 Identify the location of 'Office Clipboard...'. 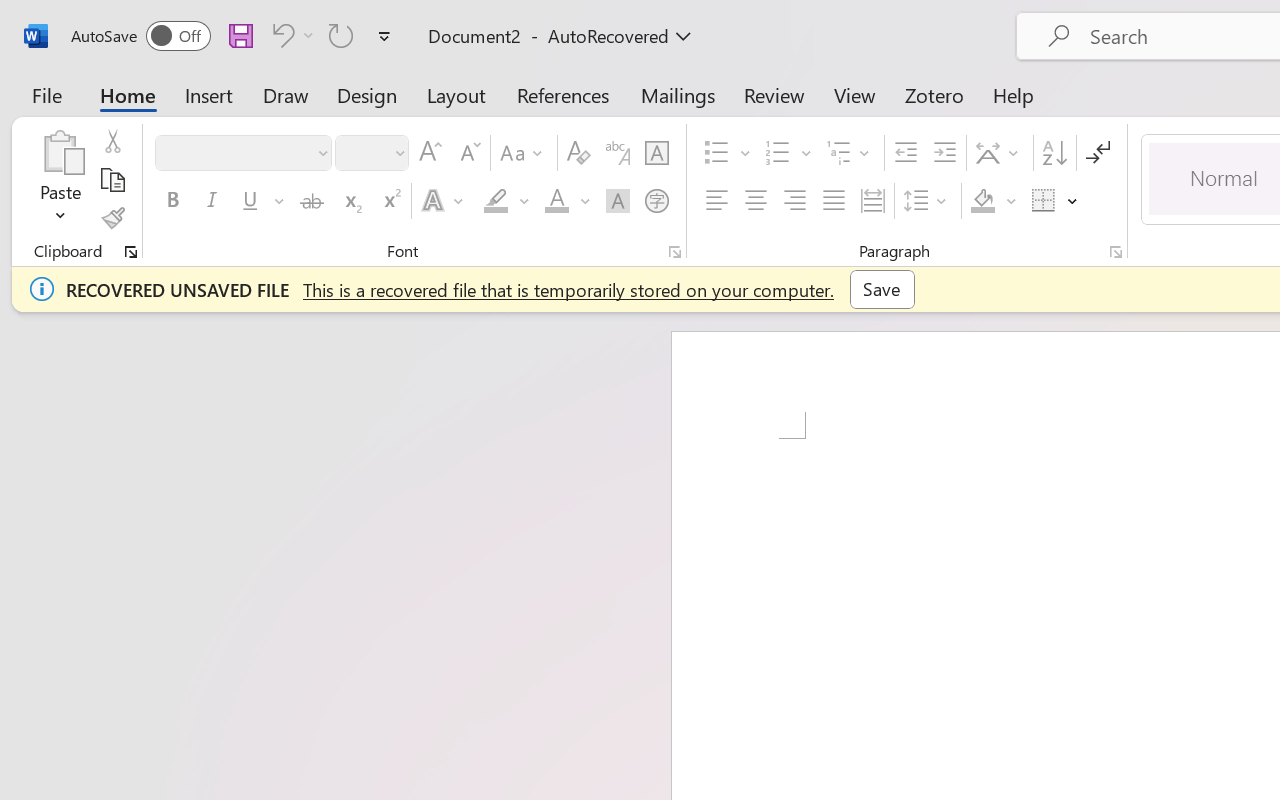
(130, 251).